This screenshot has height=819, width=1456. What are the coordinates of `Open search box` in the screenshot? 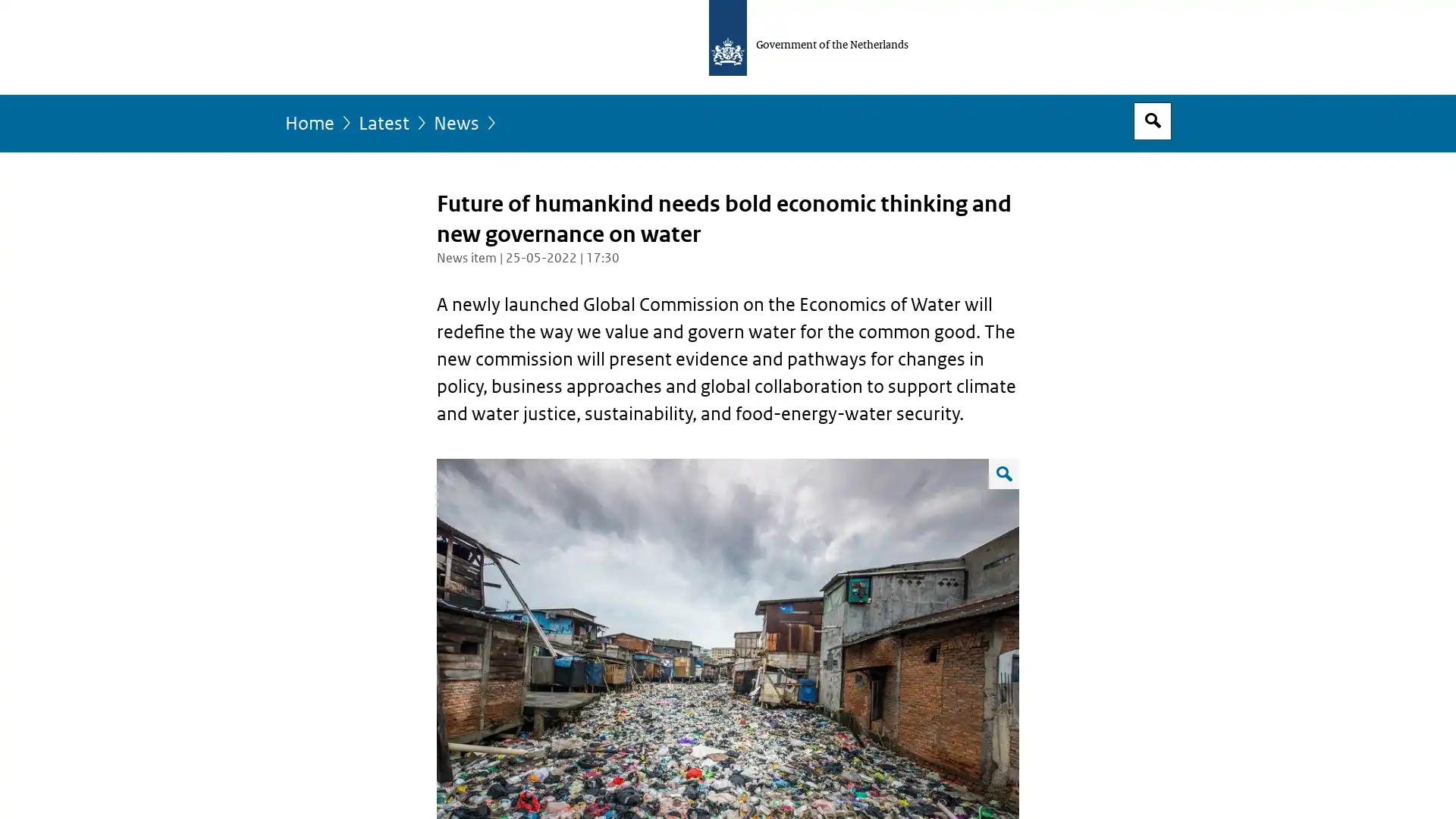 It's located at (1153, 120).